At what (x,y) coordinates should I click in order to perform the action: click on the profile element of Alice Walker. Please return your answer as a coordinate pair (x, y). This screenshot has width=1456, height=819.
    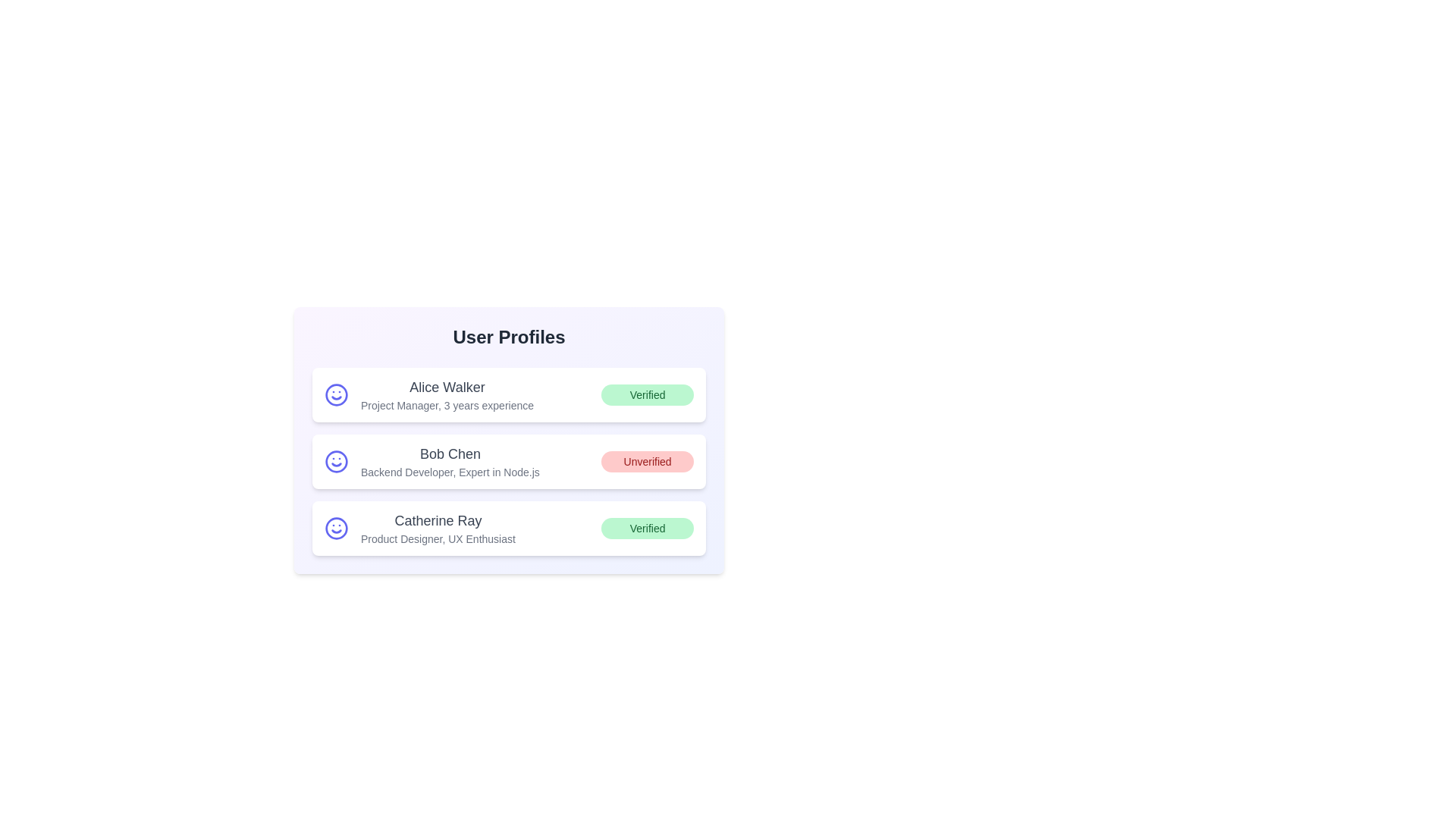
    Looking at the image, I should click on (509, 394).